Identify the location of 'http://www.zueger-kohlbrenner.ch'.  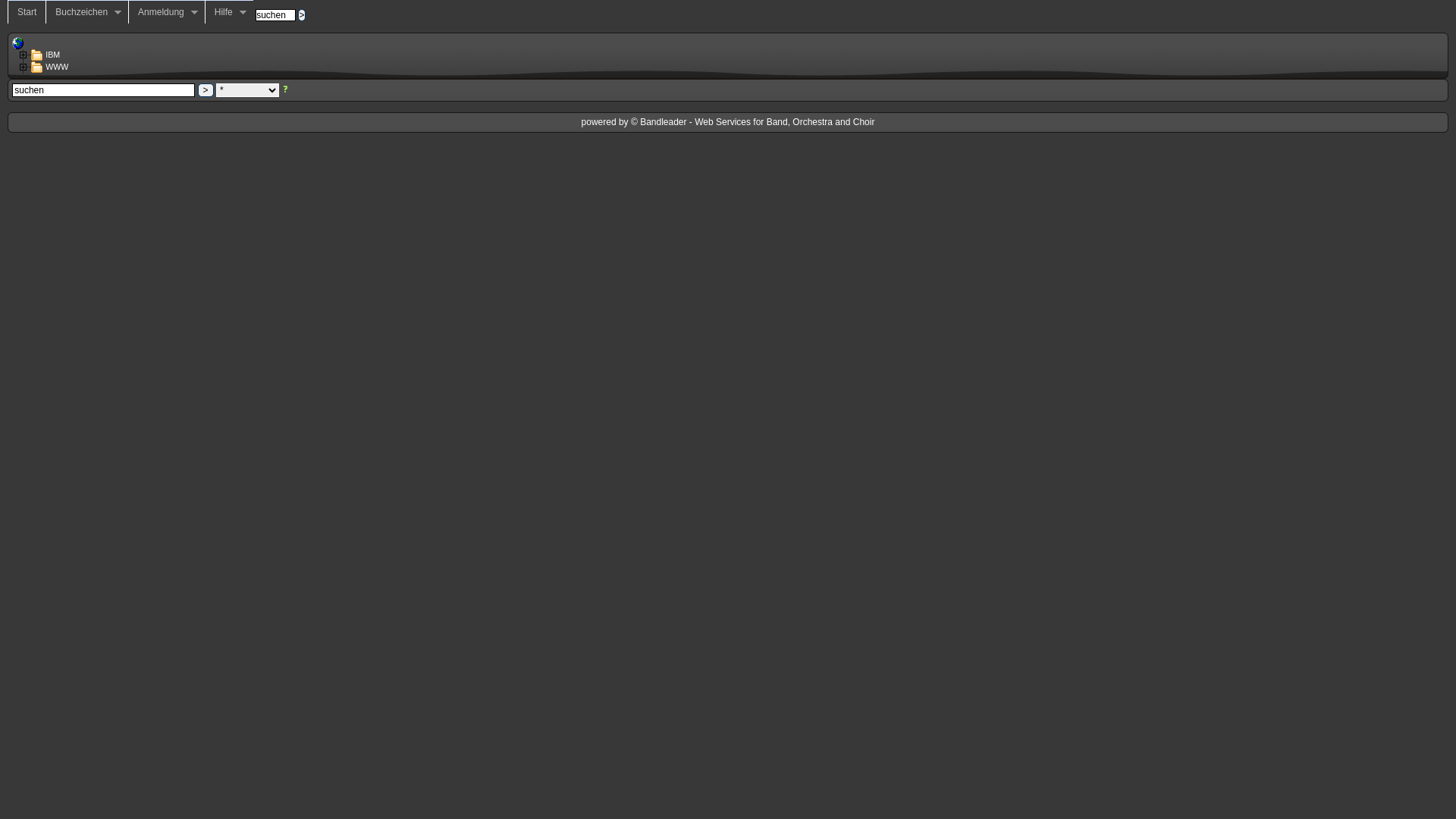
(18, 42).